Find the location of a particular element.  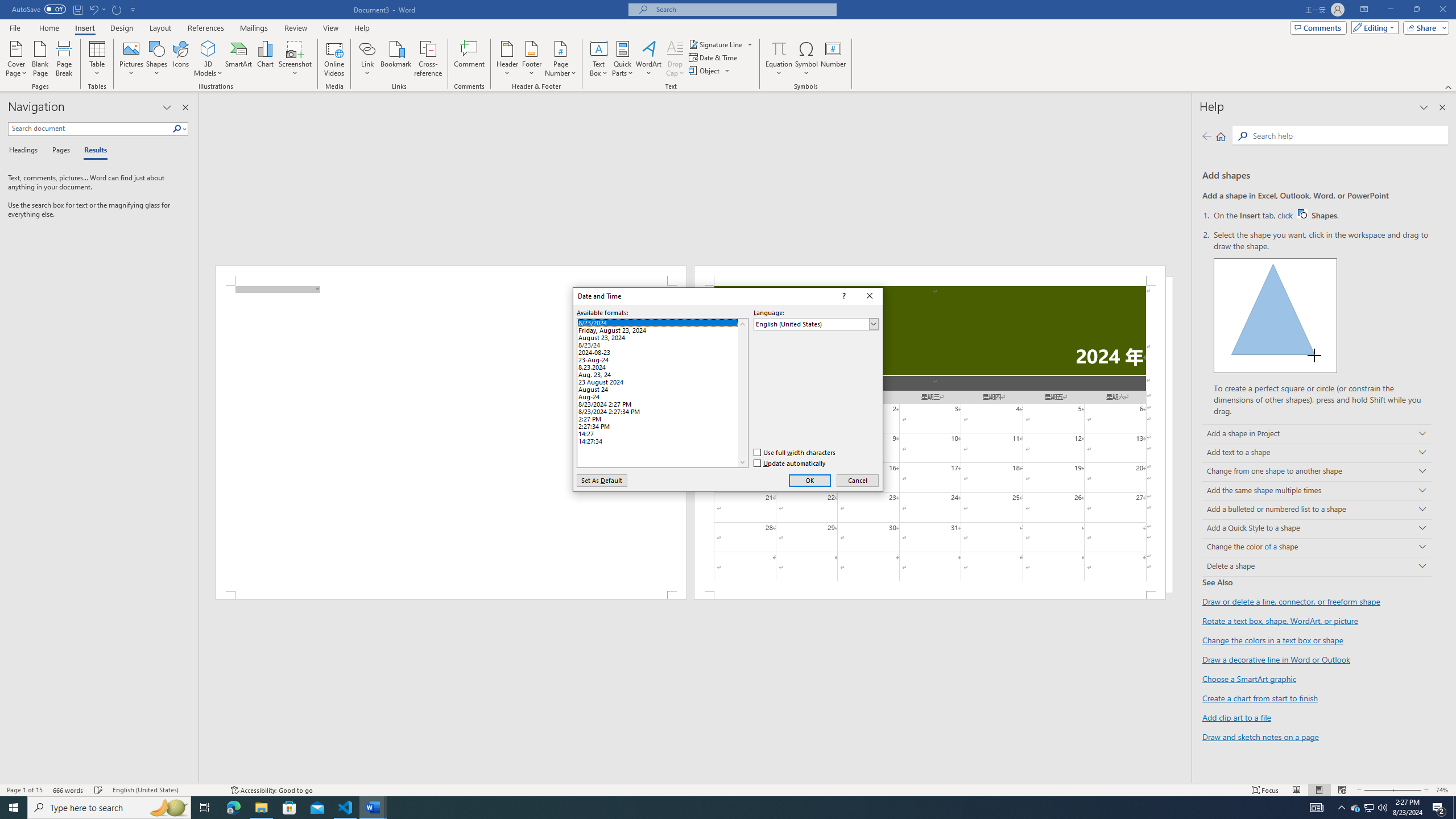

'SmartArt...' is located at coordinates (238, 59).